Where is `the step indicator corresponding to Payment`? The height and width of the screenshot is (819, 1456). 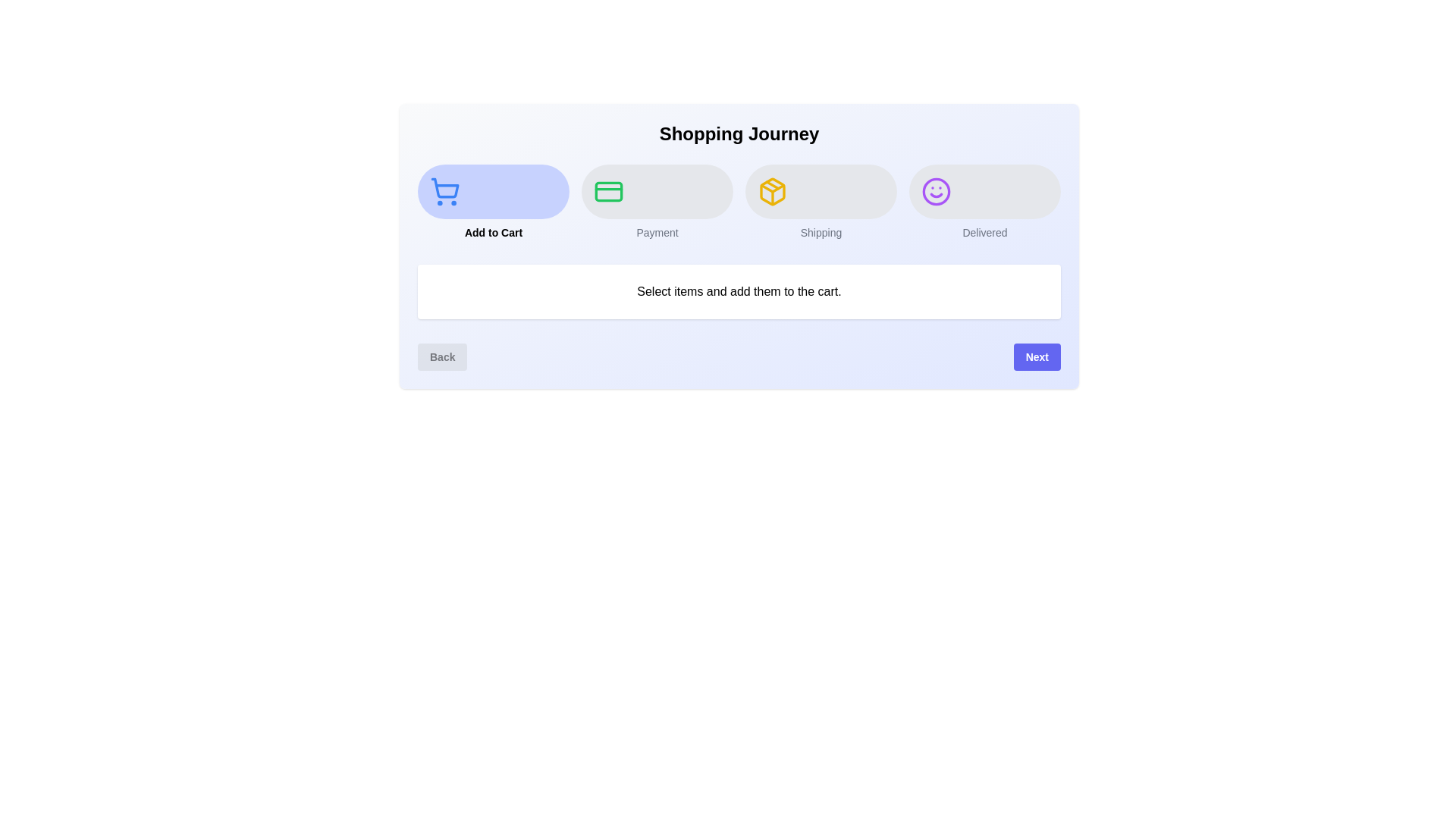 the step indicator corresponding to Payment is located at coordinates (657, 201).